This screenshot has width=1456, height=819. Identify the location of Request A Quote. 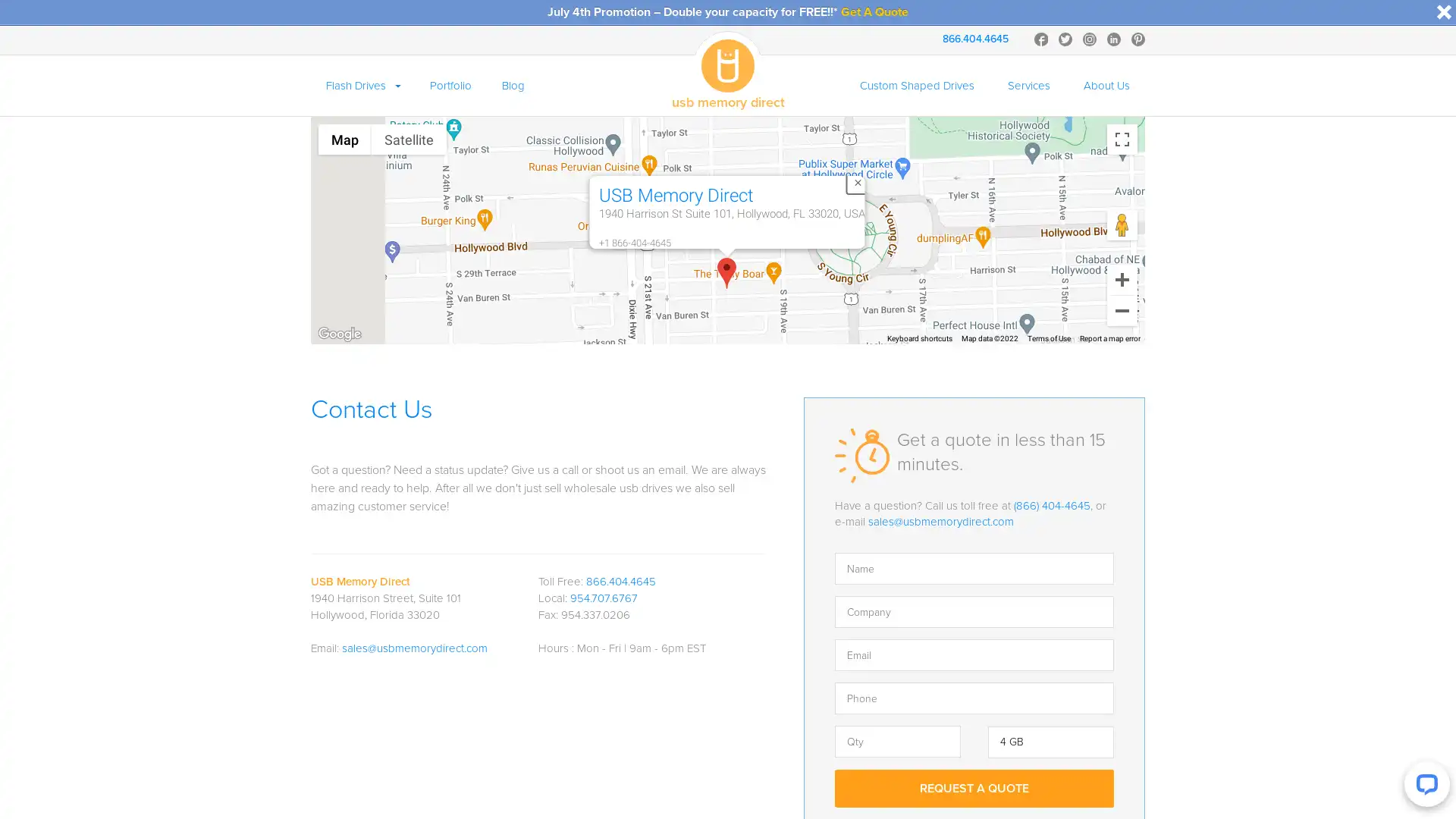
(974, 786).